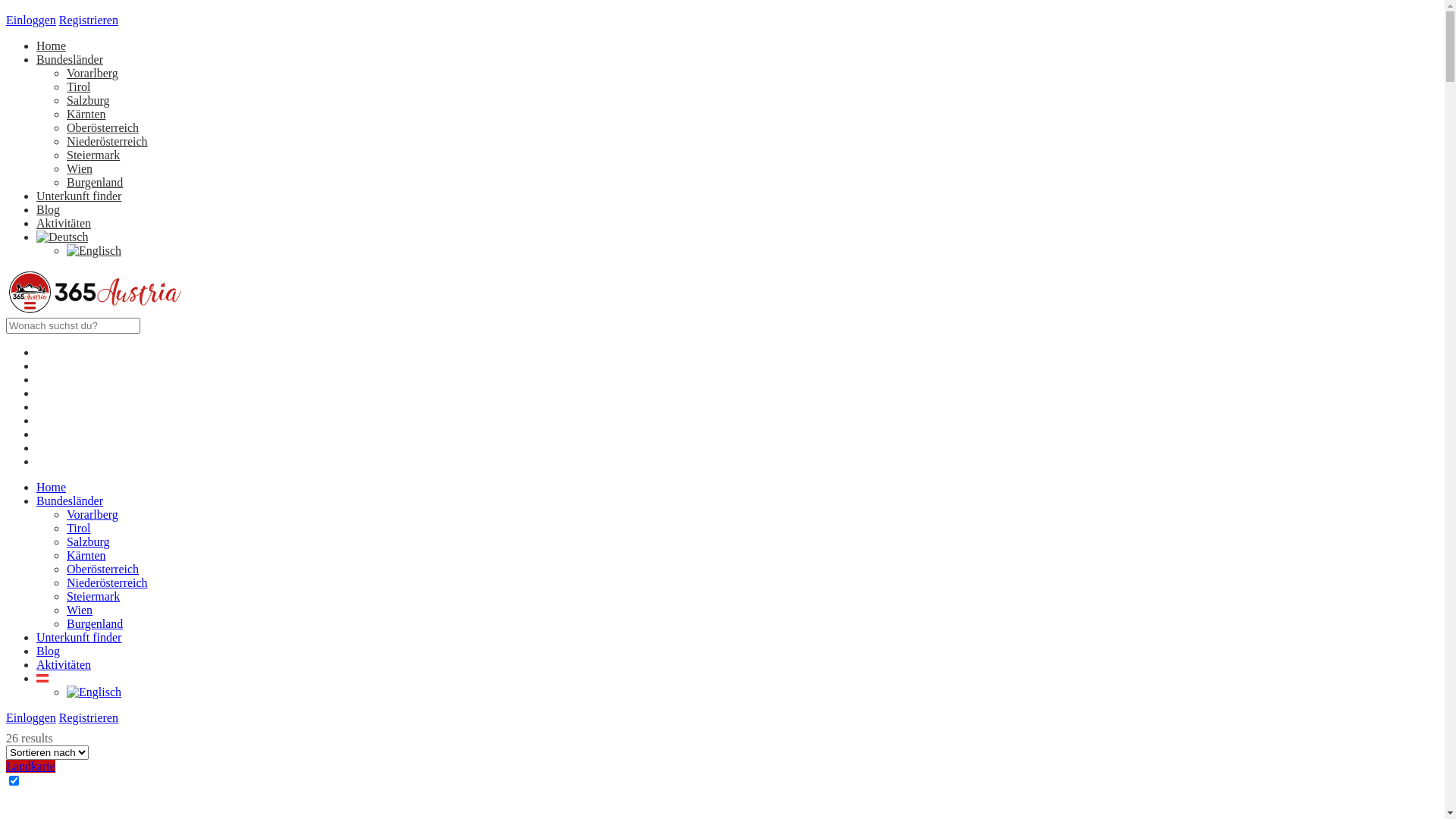  What do you see at coordinates (93, 181) in the screenshot?
I see `'Burgenland'` at bounding box center [93, 181].